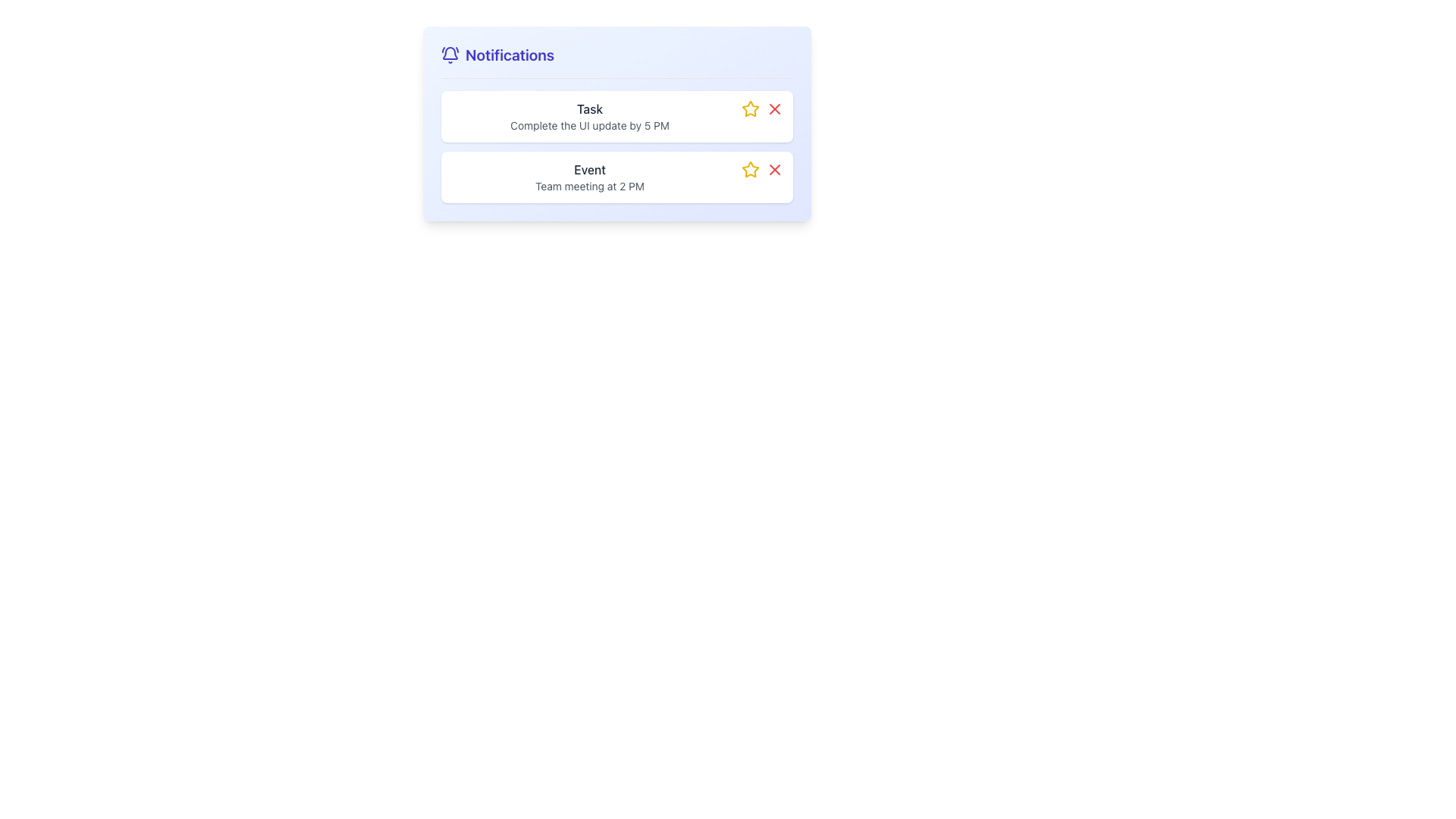 The width and height of the screenshot is (1456, 819). Describe the element at coordinates (750, 108) in the screenshot. I see `the Interactive Icon (Star) located in the first notification item` at that location.